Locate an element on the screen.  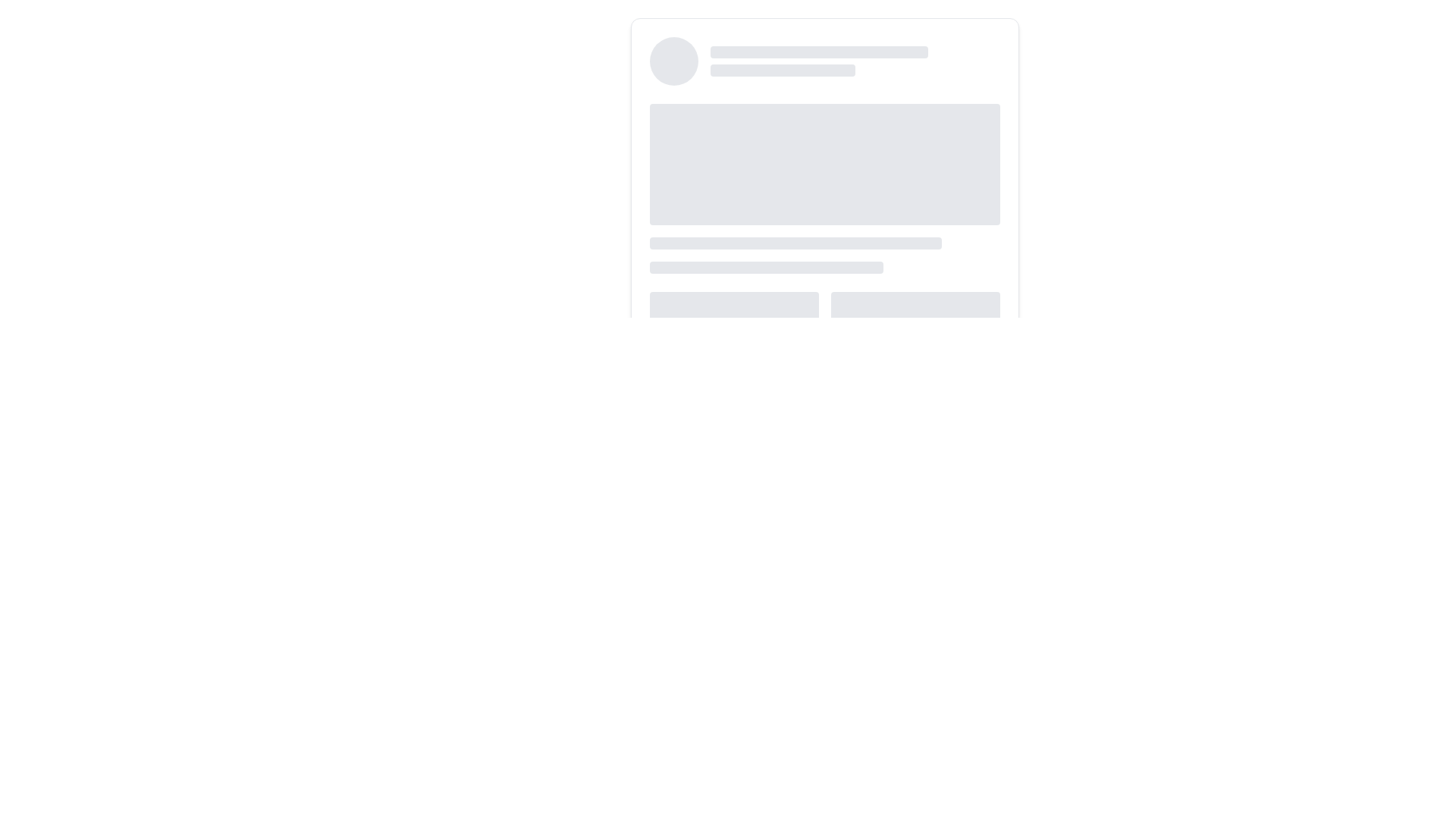
the decorative placeholder for a user profile image or avatar located at the top-left of the application's interface is located at coordinates (673, 61).